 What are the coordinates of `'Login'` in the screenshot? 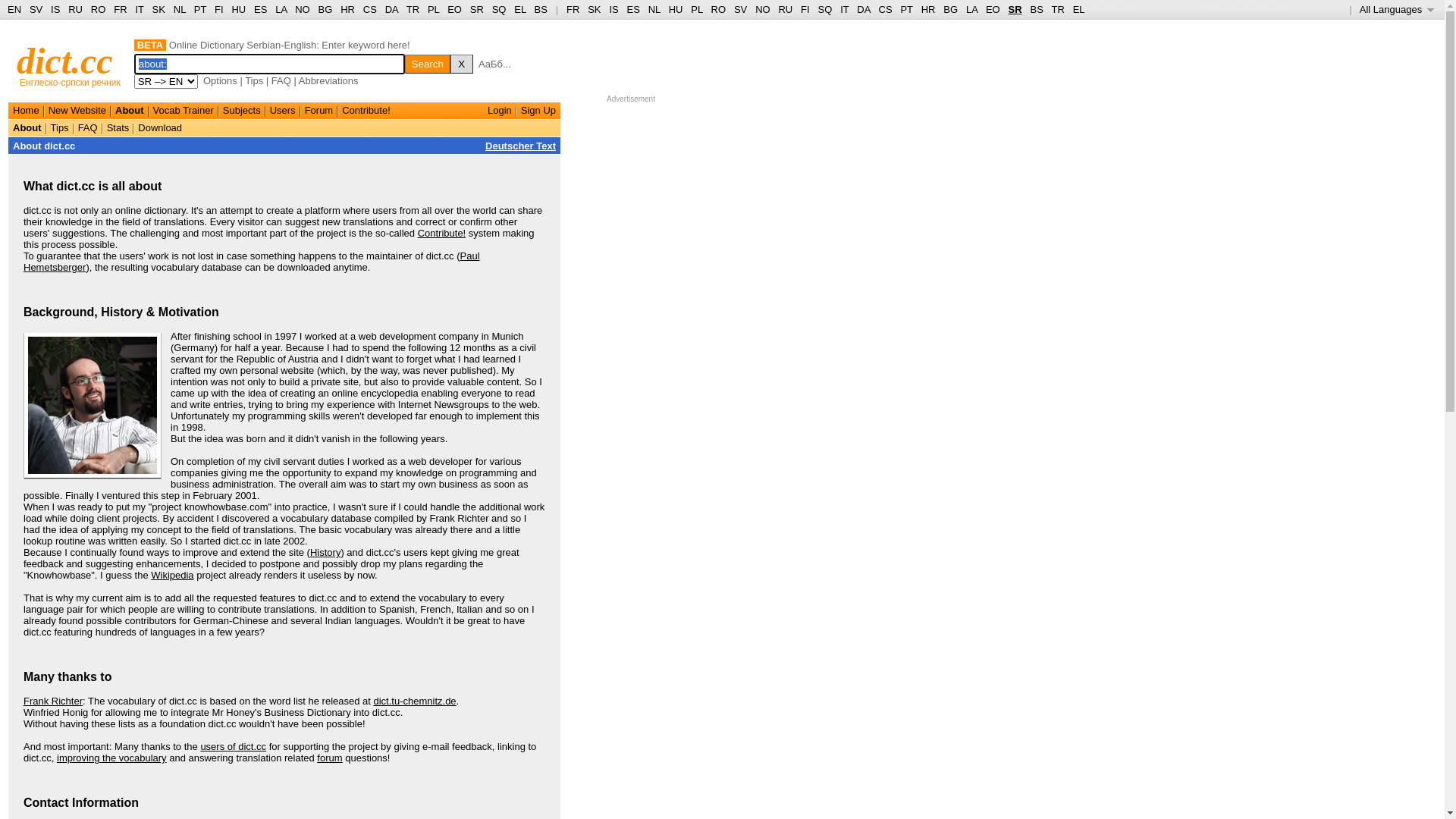 It's located at (499, 109).